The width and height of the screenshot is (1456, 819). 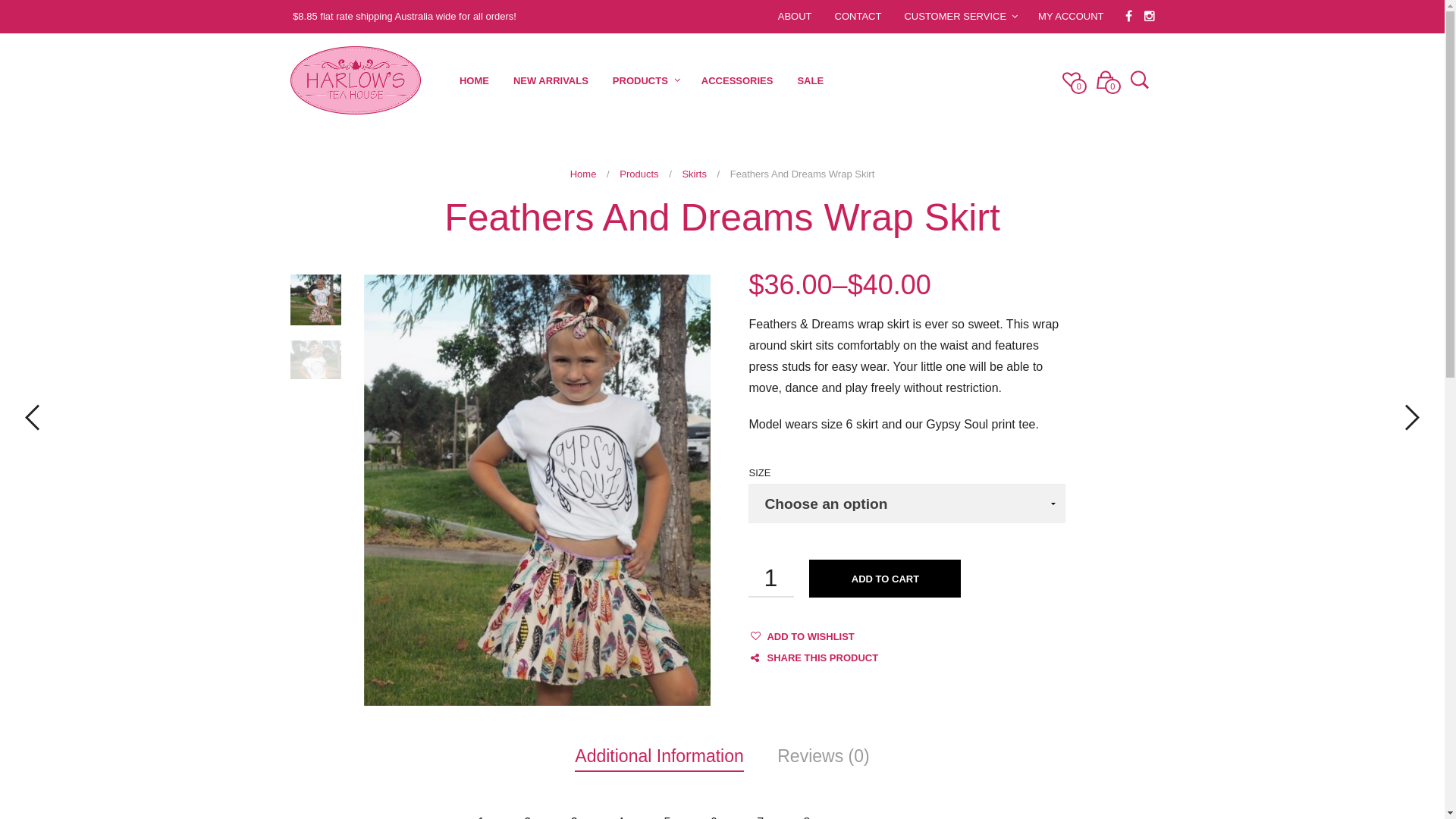 I want to click on 'HOME', so click(x=447, y=80).